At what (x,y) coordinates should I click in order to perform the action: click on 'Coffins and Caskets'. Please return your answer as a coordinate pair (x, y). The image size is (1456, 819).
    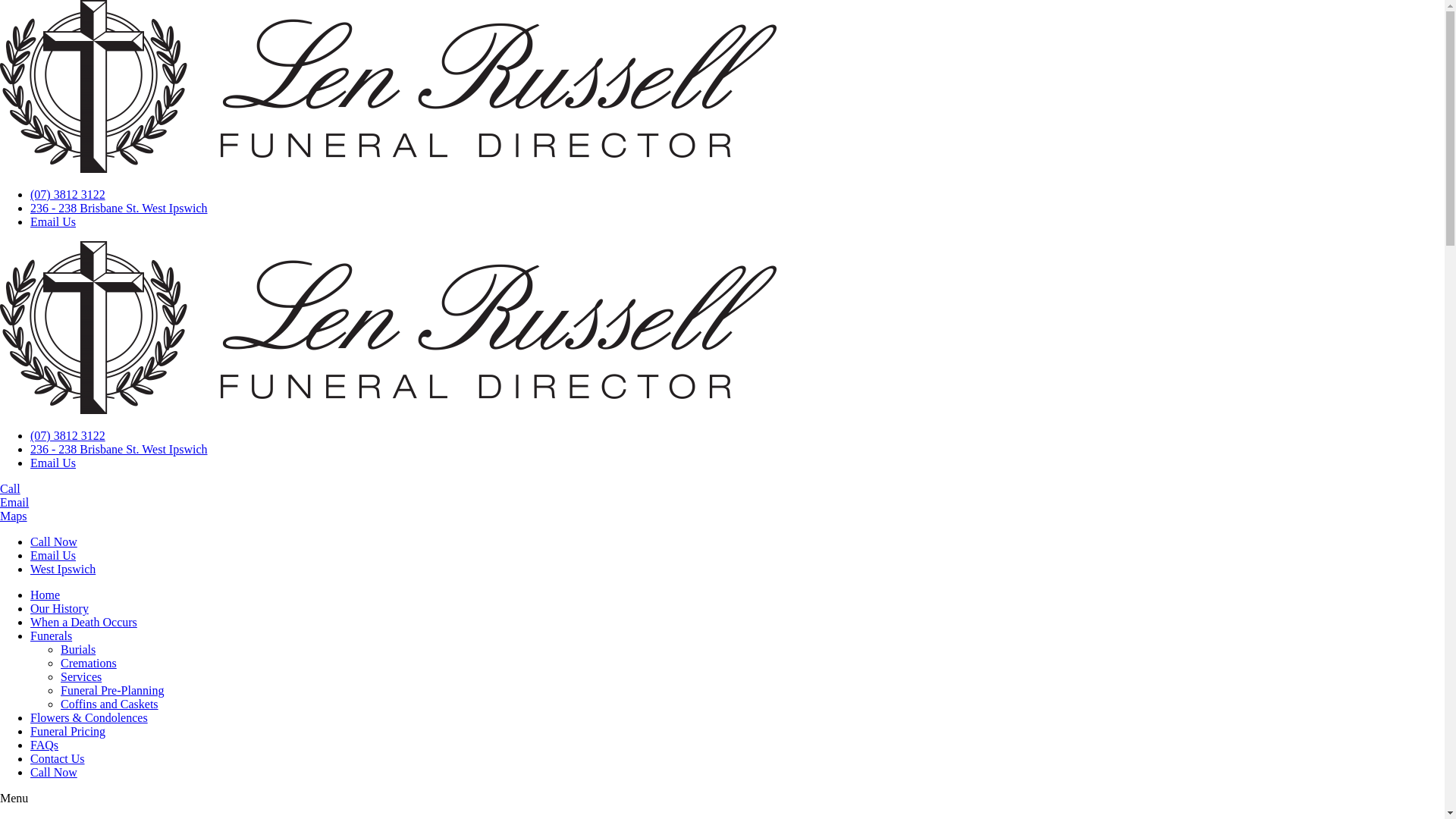
    Looking at the image, I should click on (61, 704).